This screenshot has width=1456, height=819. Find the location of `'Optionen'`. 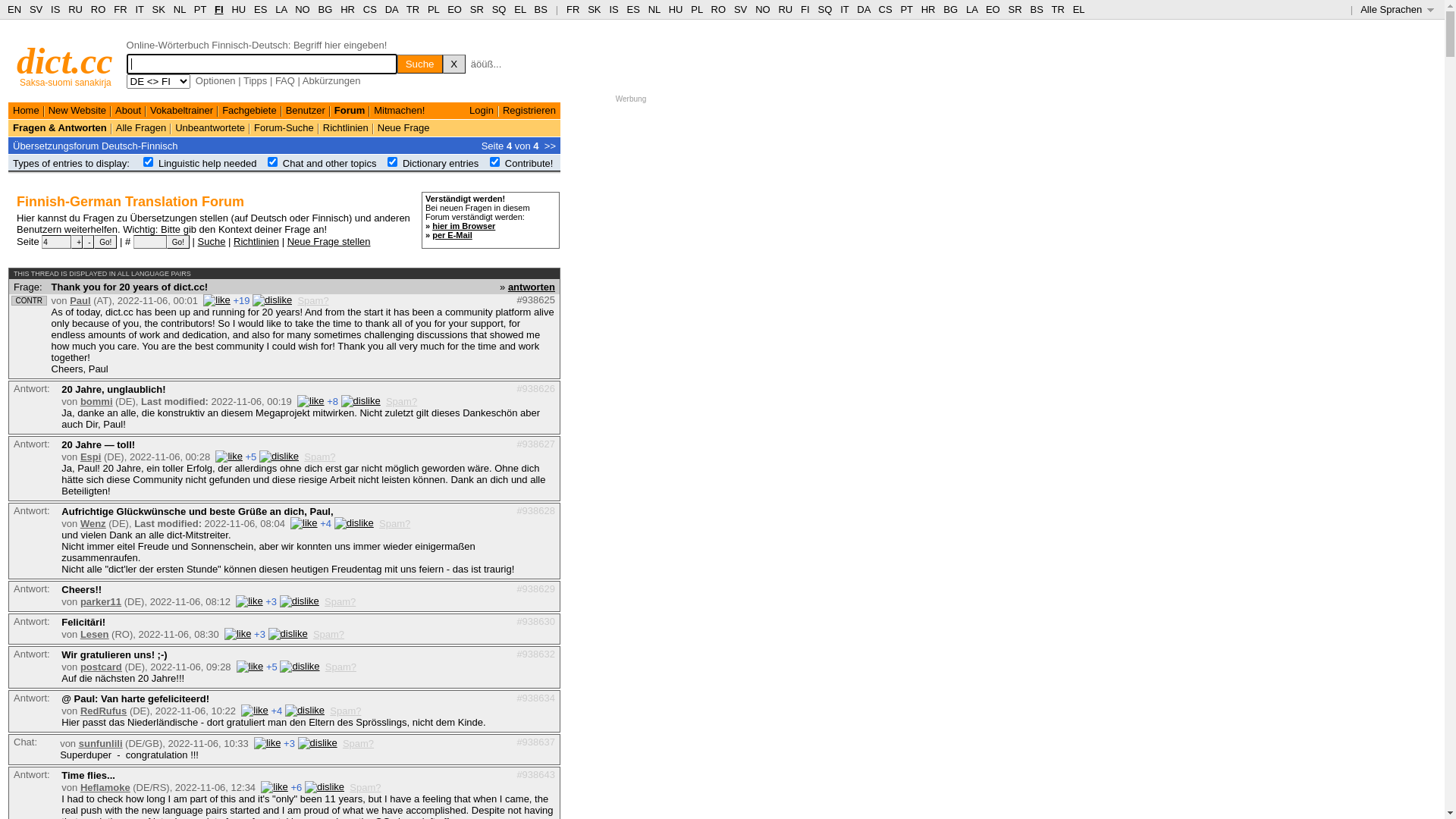

'Optionen' is located at coordinates (215, 80).